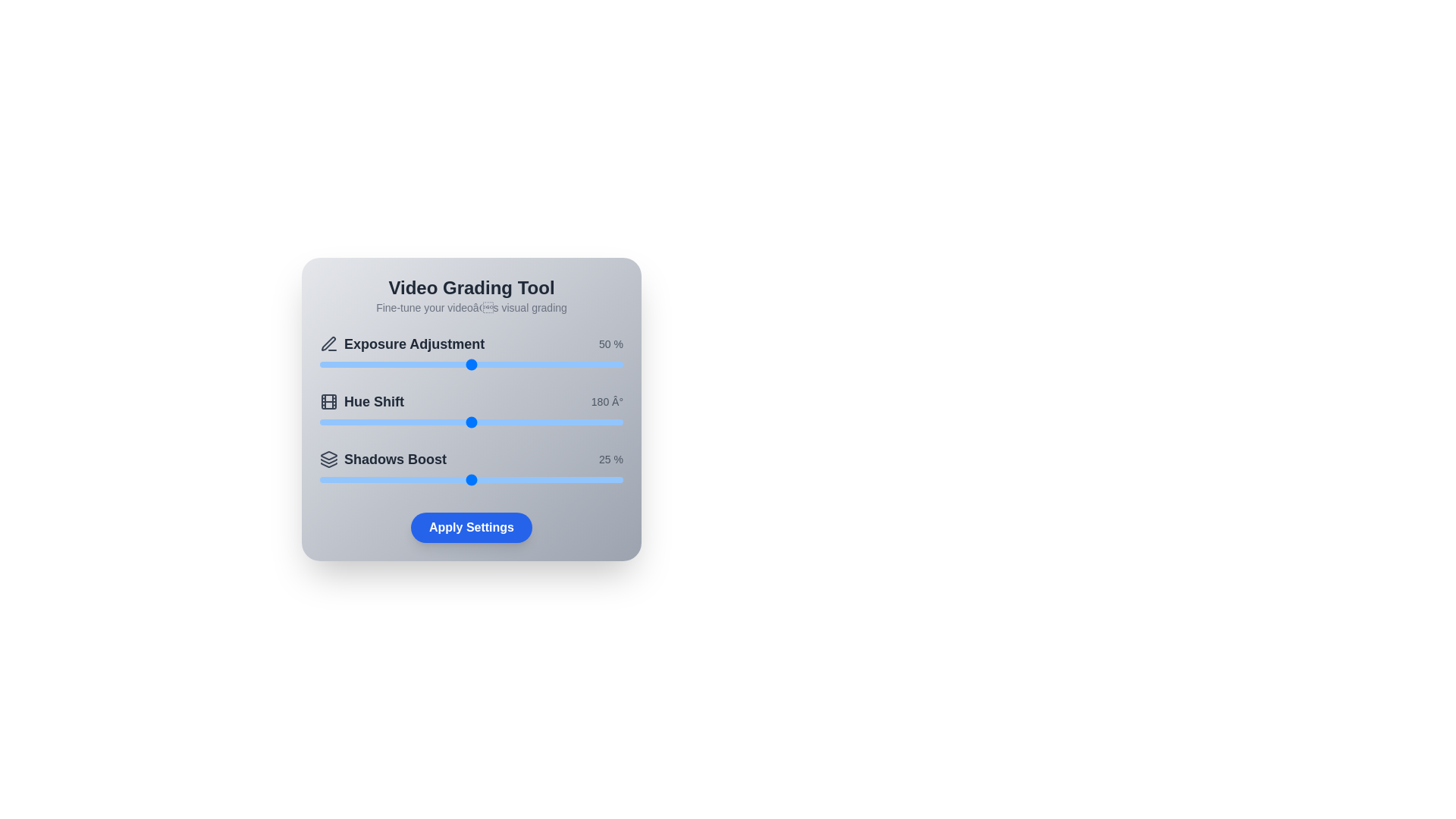 This screenshot has height=819, width=1456. What do you see at coordinates (471, 526) in the screenshot?
I see `the prominent blue button labeled 'Apply Settings'` at bounding box center [471, 526].